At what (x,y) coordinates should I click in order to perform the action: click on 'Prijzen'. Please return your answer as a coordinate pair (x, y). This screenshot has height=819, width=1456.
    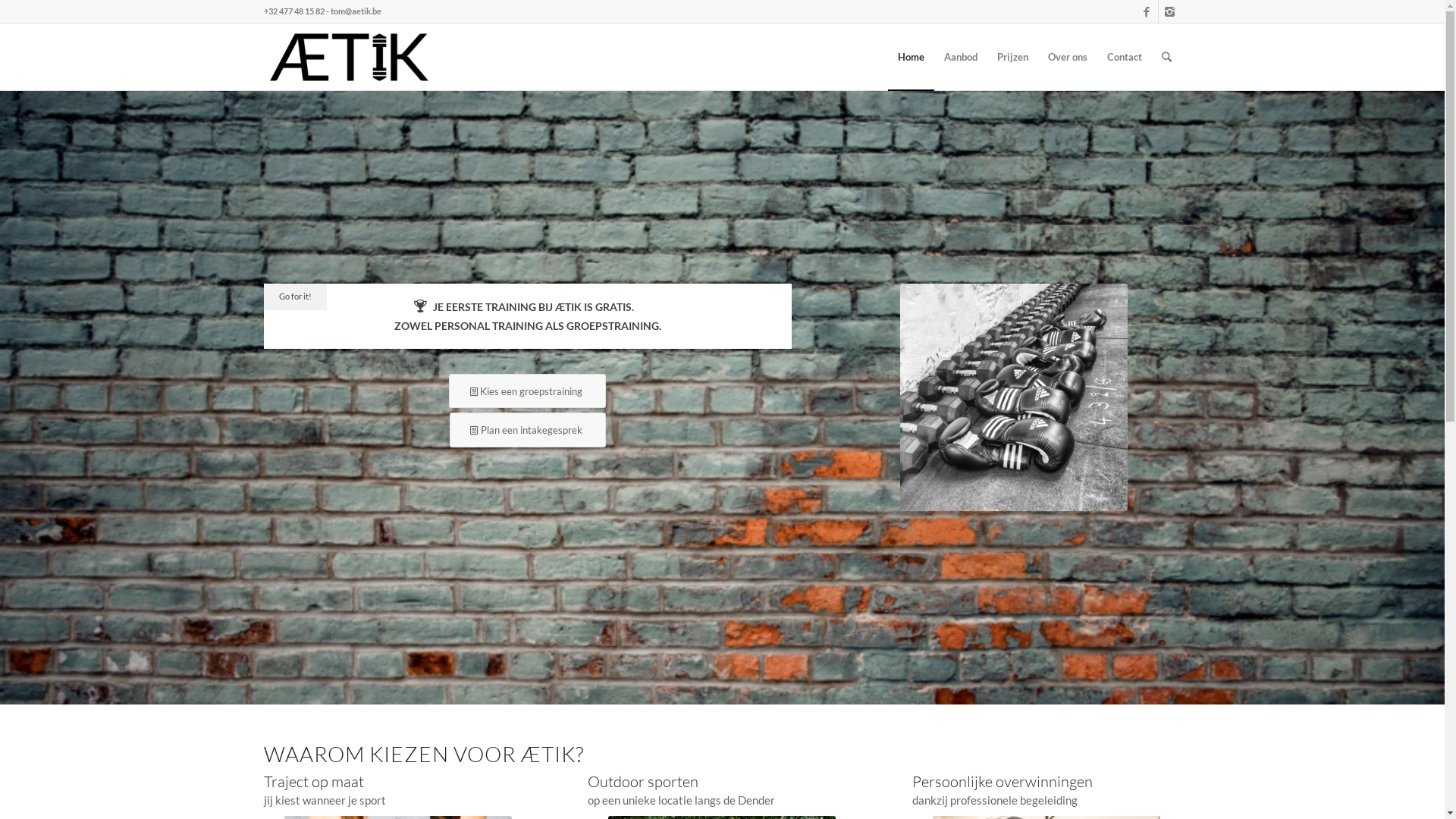
    Looking at the image, I should click on (987, 55).